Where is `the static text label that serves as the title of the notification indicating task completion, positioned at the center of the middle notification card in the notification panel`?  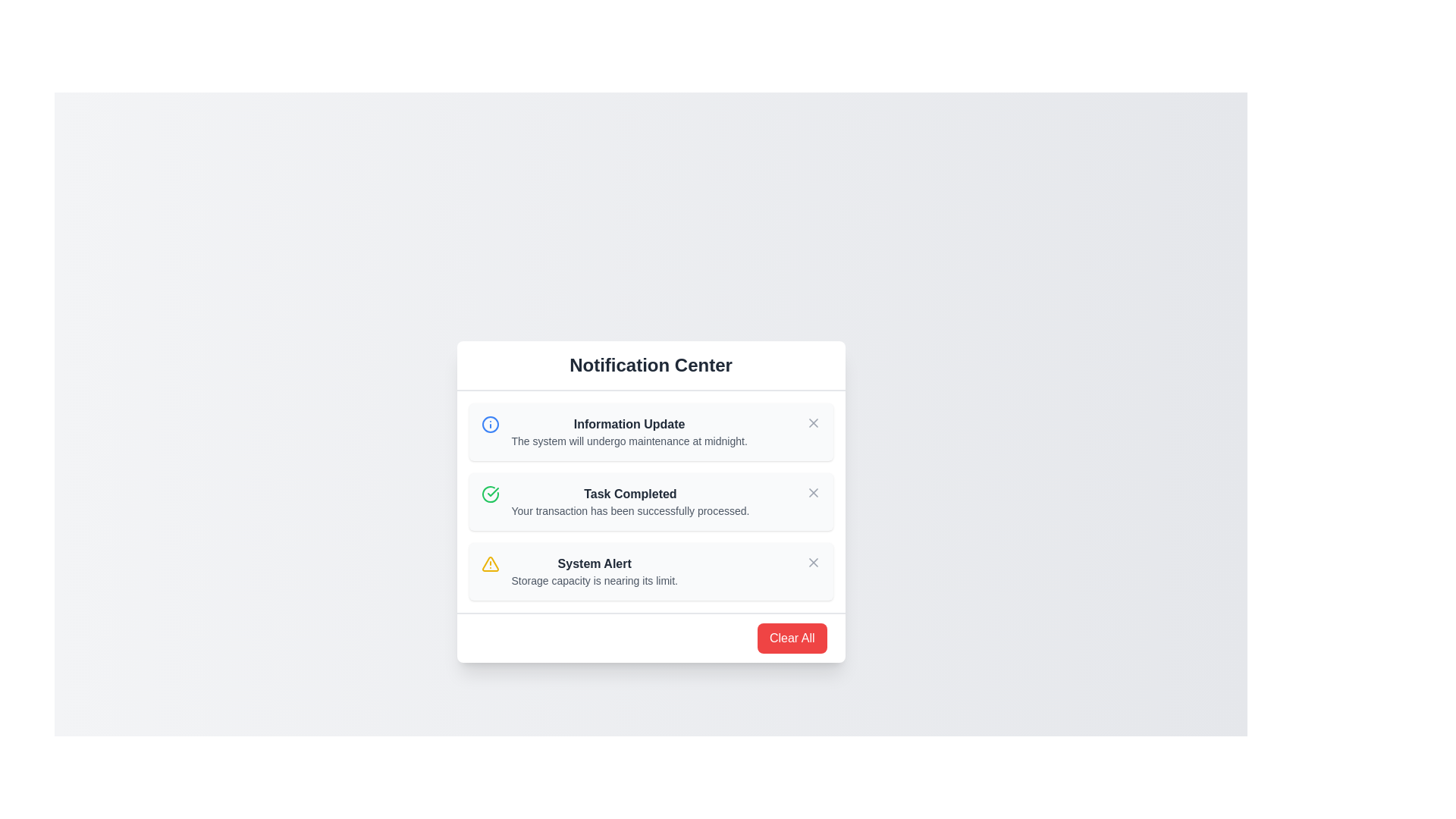
the static text label that serves as the title of the notification indicating task completion, positioned at the center of the middle notification card in the notification panel is located at coordinates (630, 494).